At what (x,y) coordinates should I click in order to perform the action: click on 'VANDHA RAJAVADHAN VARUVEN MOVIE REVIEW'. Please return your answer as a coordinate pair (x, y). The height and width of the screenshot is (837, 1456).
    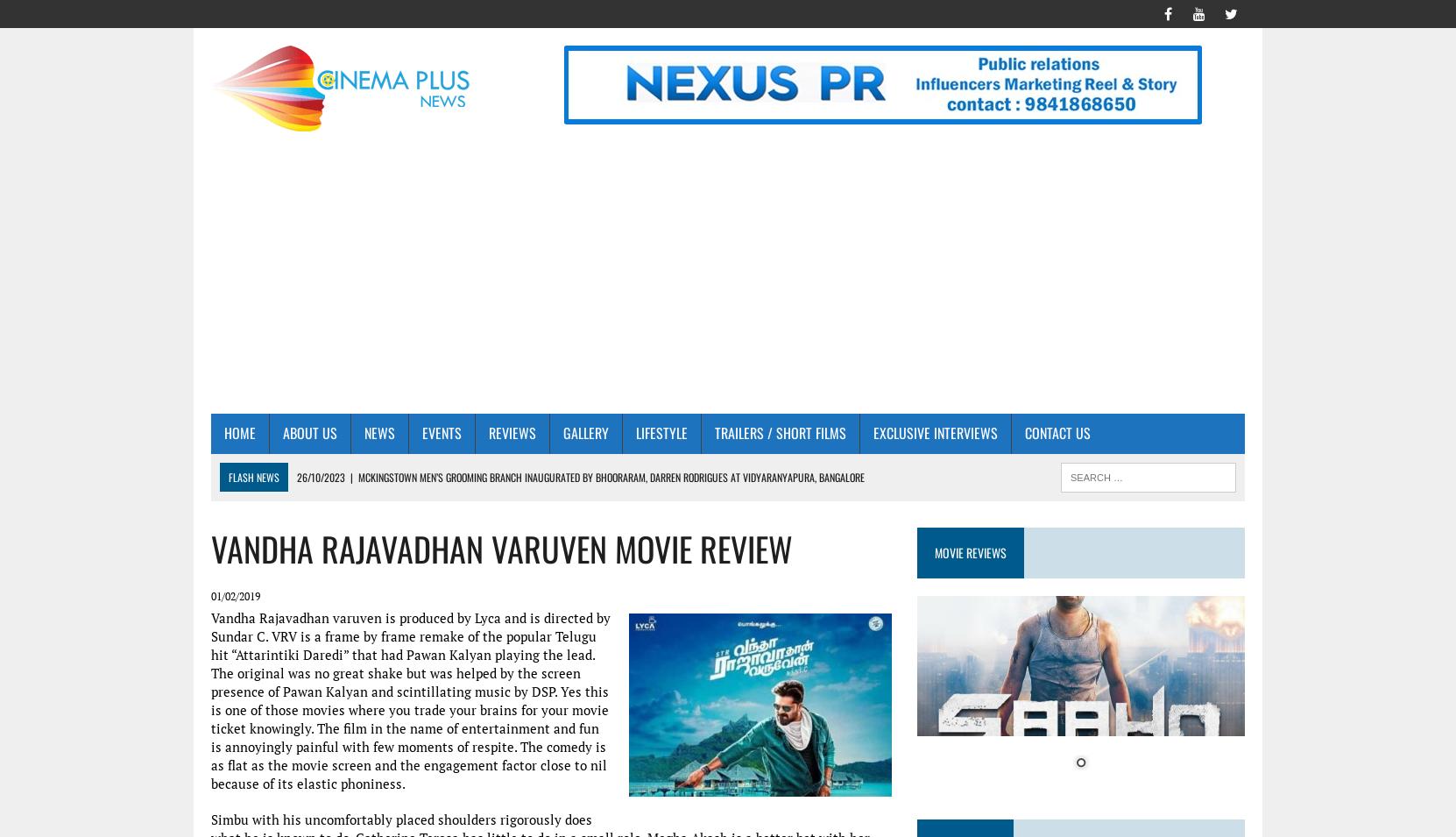
    Looking at the image, I should click on (501, 548).